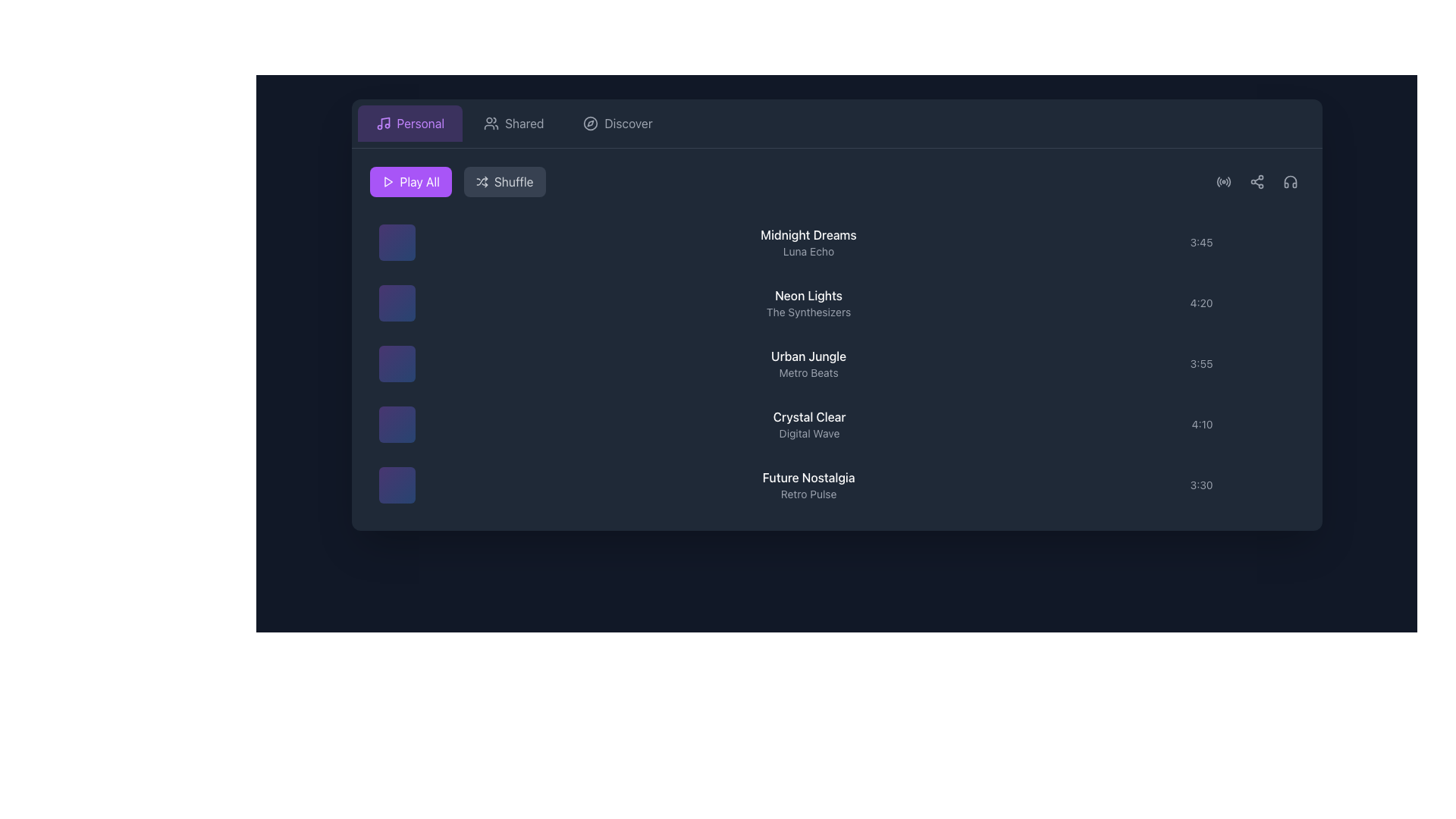 The height and width of the screenshot is (819, 1456). What do you see at coordinates (481, 180) in the screenshot?
I see `the shuffle icon located within the 'Shuffle' button at the top center-right of the playback control section, adjacent to the text label 'Shuffle'` at bounding box center [481, 180].